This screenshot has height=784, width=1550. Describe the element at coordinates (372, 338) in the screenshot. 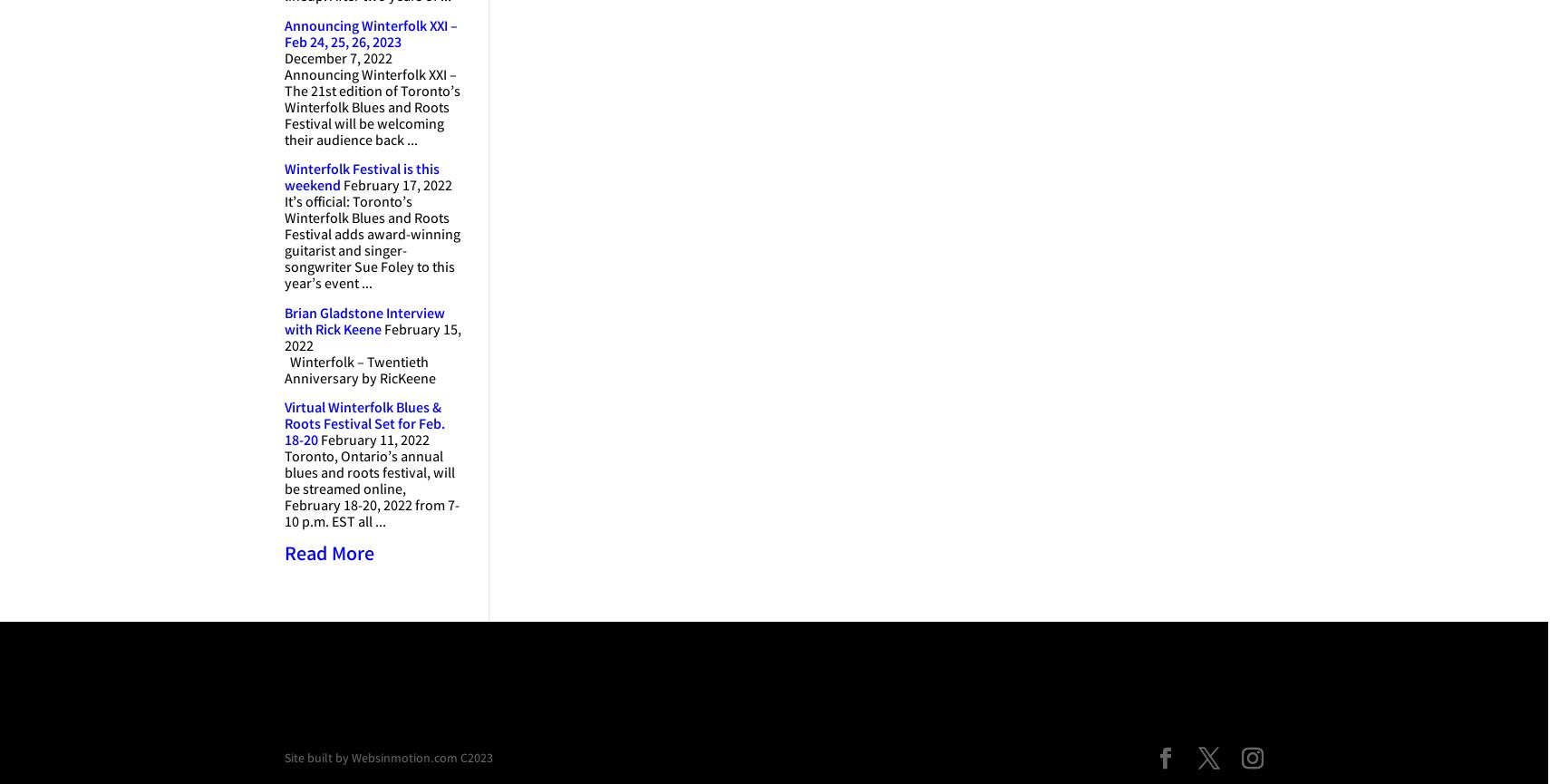

I see `'February 15, 2022'` at that location.